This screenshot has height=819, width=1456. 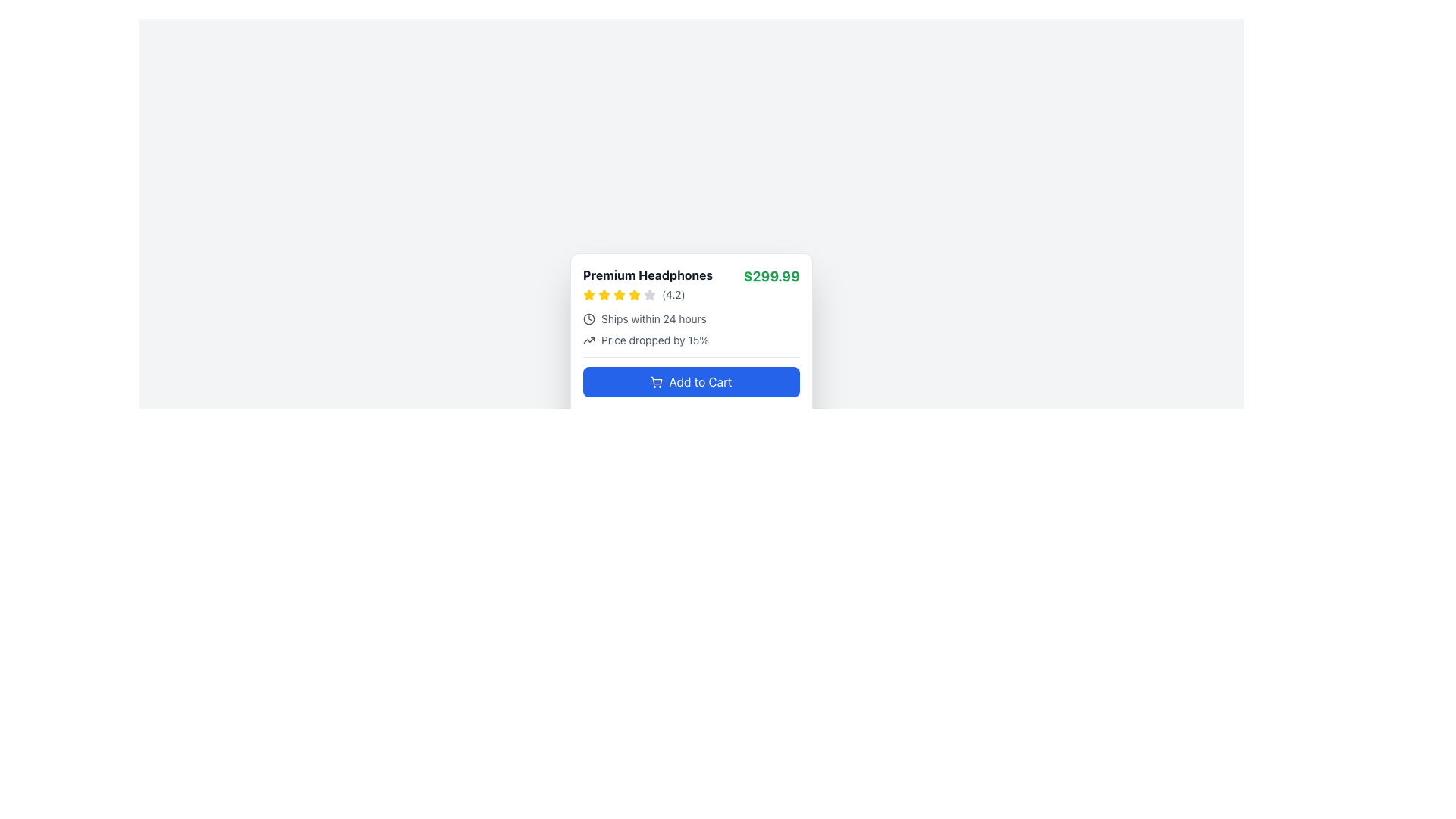 I want to click on the hyperlink located below the 'Add to Cart' button, so click(x=691, y=417).